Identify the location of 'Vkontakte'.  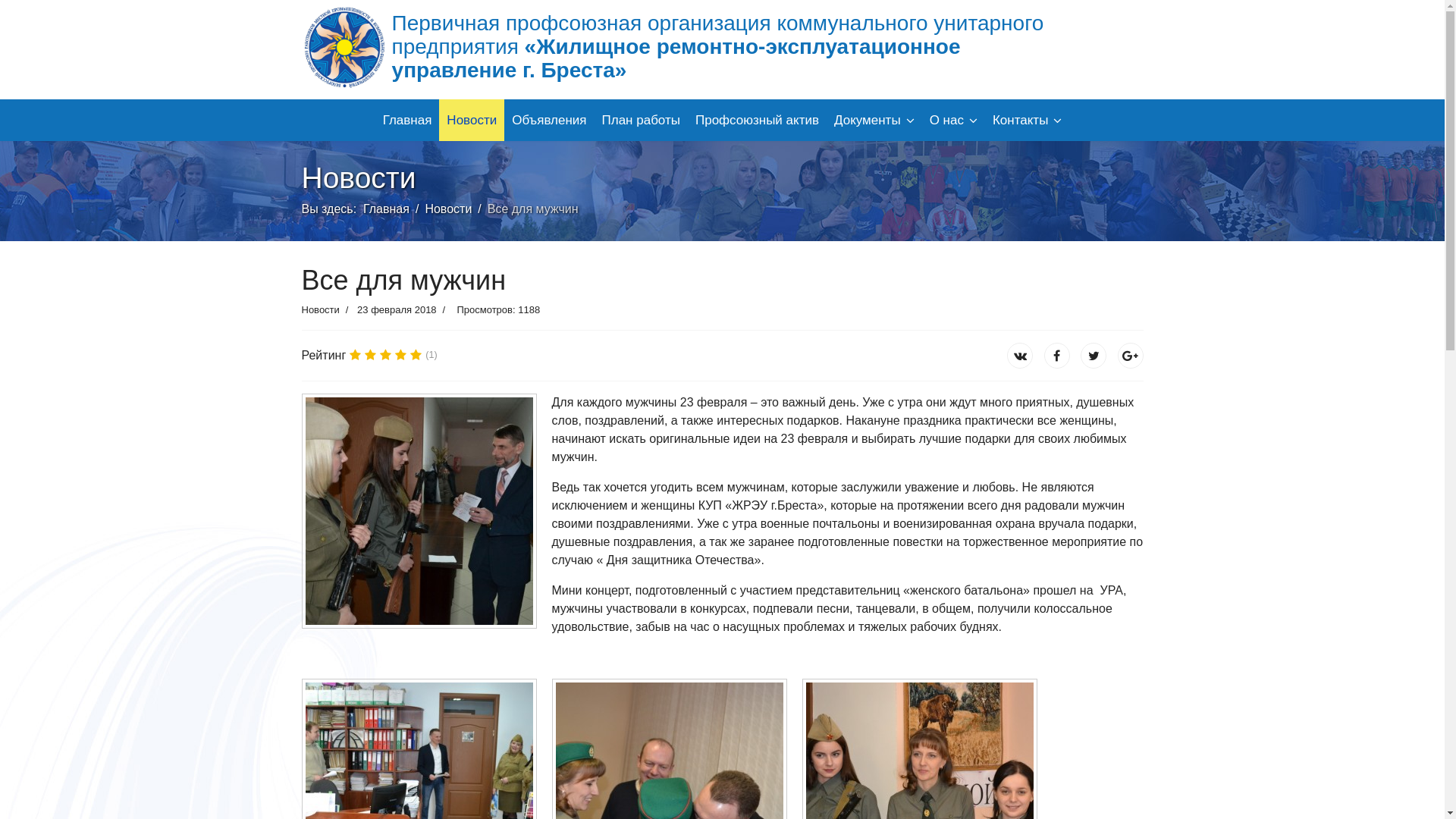
(1056, 356).